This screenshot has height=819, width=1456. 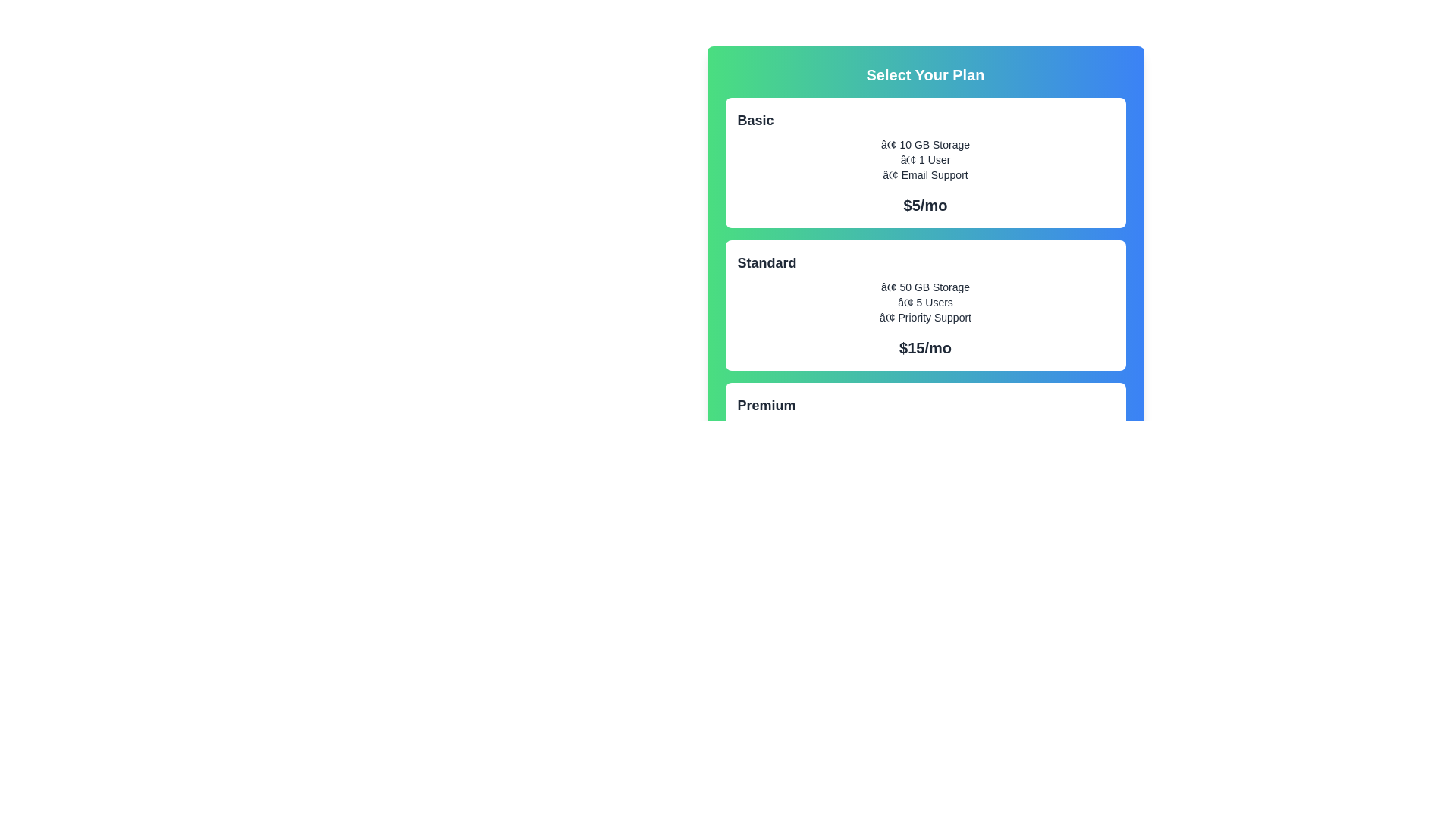 What do you see at coordinates (767, 262) in the screenshot?
I see `the 'Standard' text label, which is bold and large, located below the 'Basic' plan and above the 'Premium' plan on the pricing page` at bounding box center [767, 262].